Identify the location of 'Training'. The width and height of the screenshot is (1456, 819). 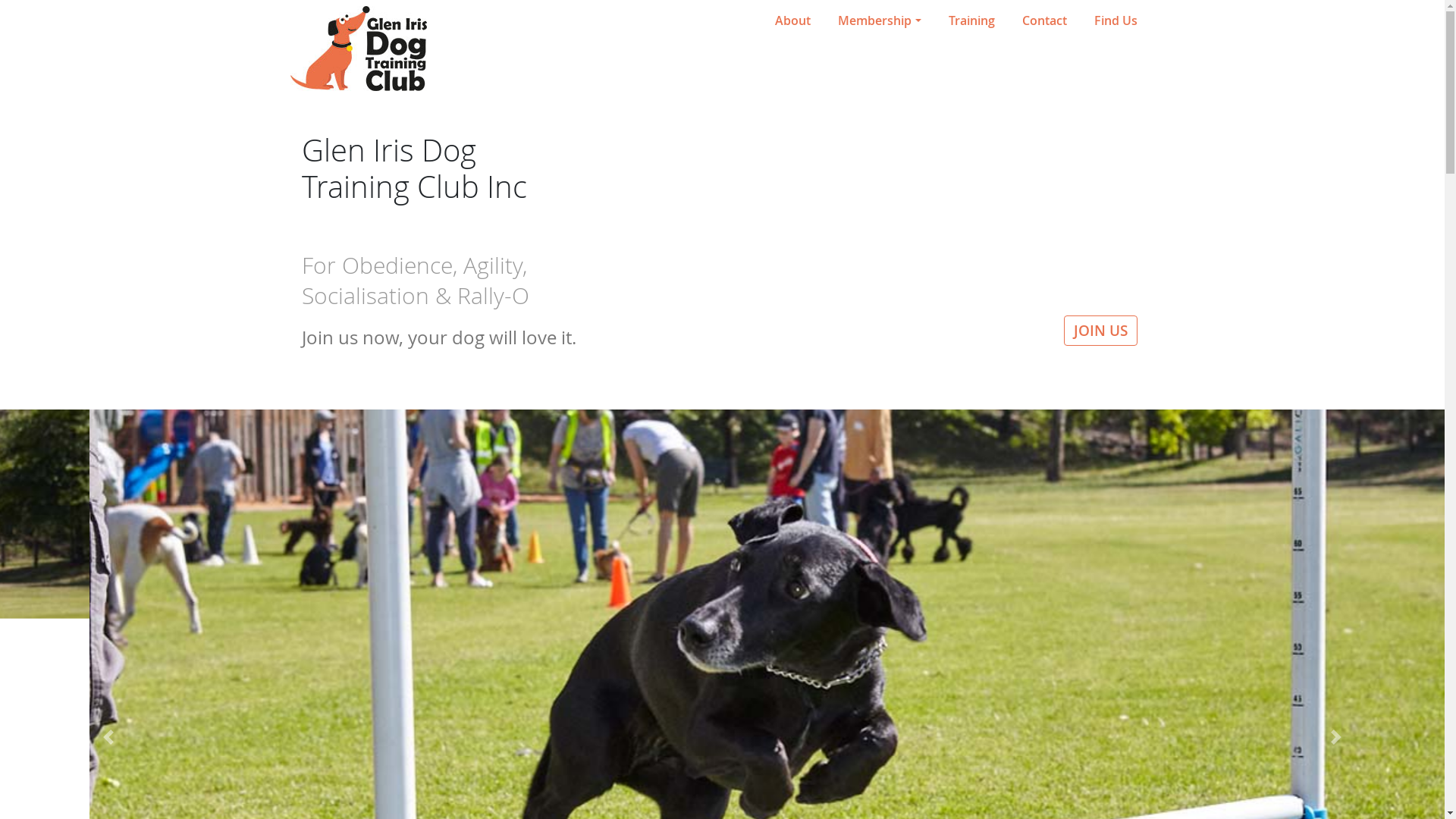
(971, 20).